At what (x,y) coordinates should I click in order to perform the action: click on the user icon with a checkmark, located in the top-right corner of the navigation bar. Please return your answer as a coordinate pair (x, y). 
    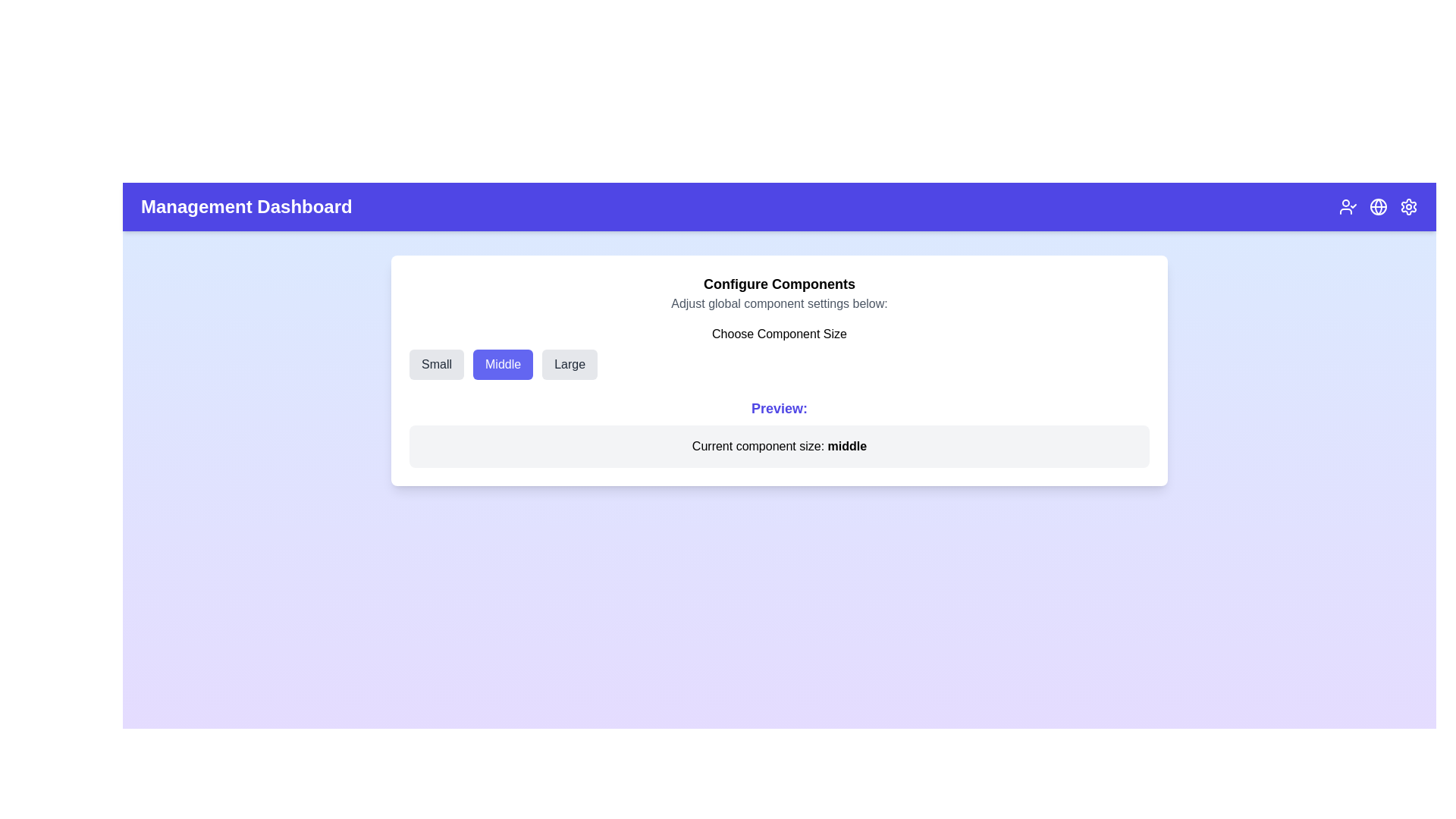
    Looking at the image, I should click on (1348, 207).